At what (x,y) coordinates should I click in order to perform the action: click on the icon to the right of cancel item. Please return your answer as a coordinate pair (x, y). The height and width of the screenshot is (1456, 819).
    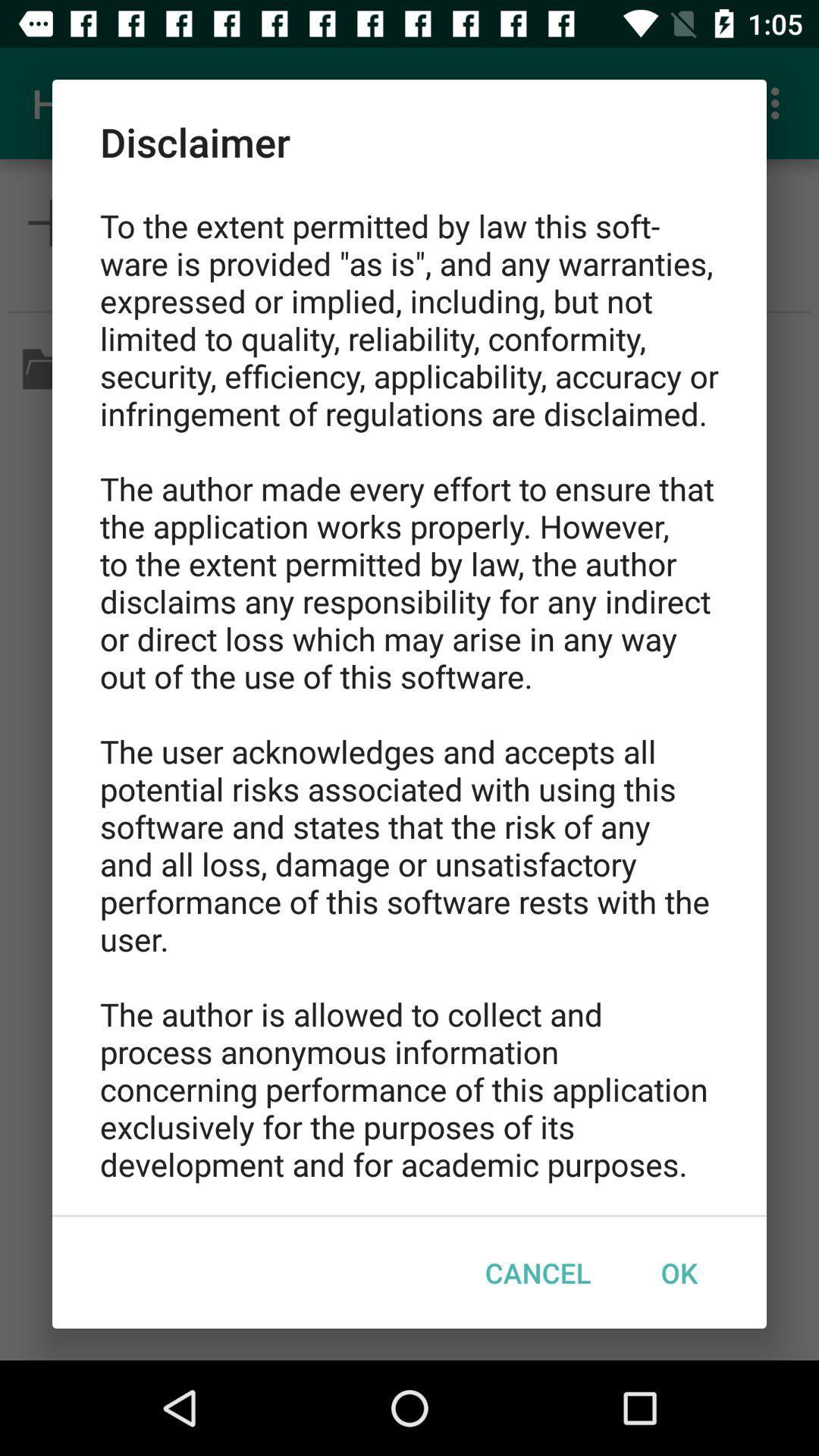
    Looking at the image, I should click on (678, 1272).